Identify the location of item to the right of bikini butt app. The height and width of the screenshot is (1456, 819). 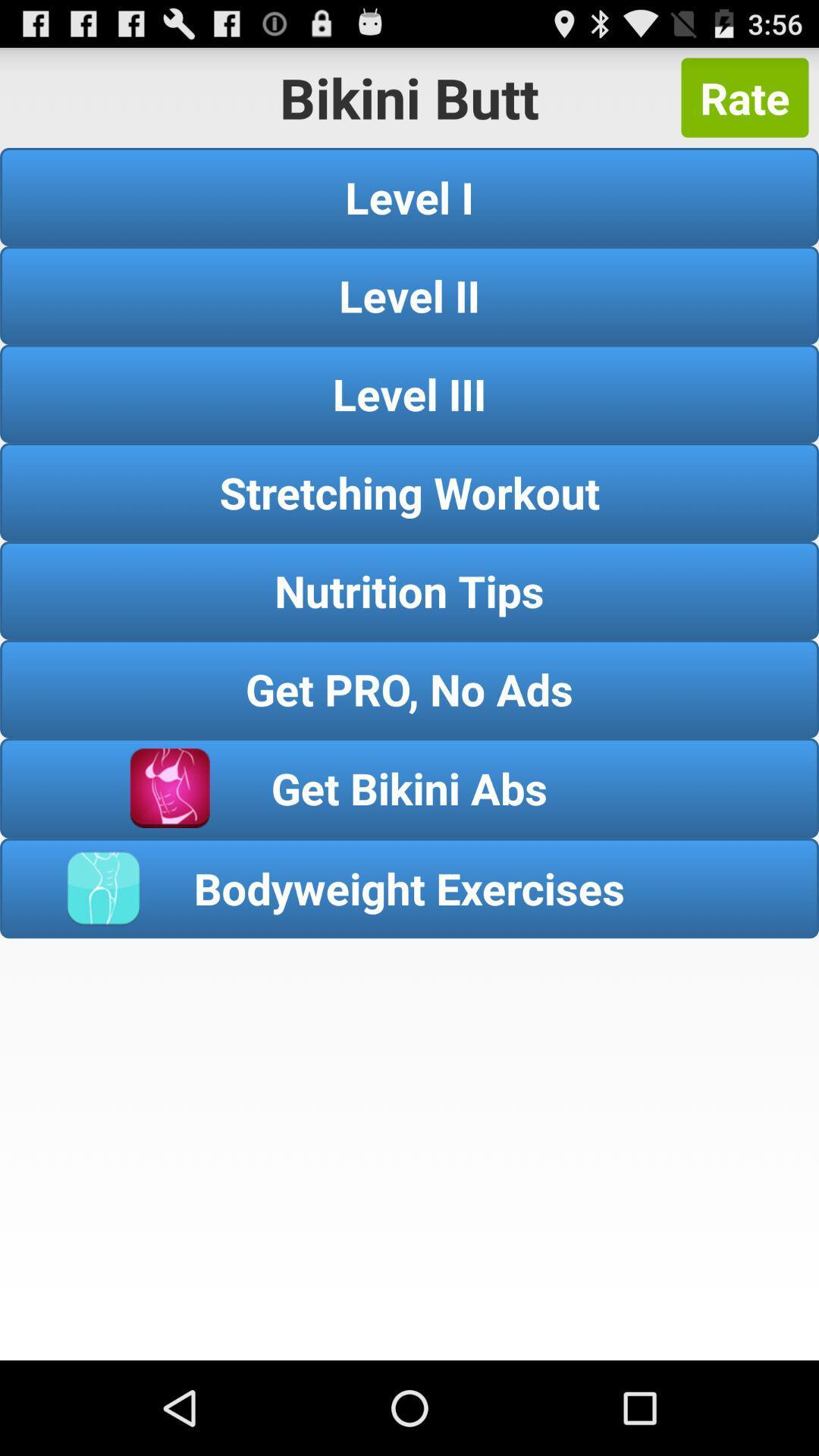
(744, 97).